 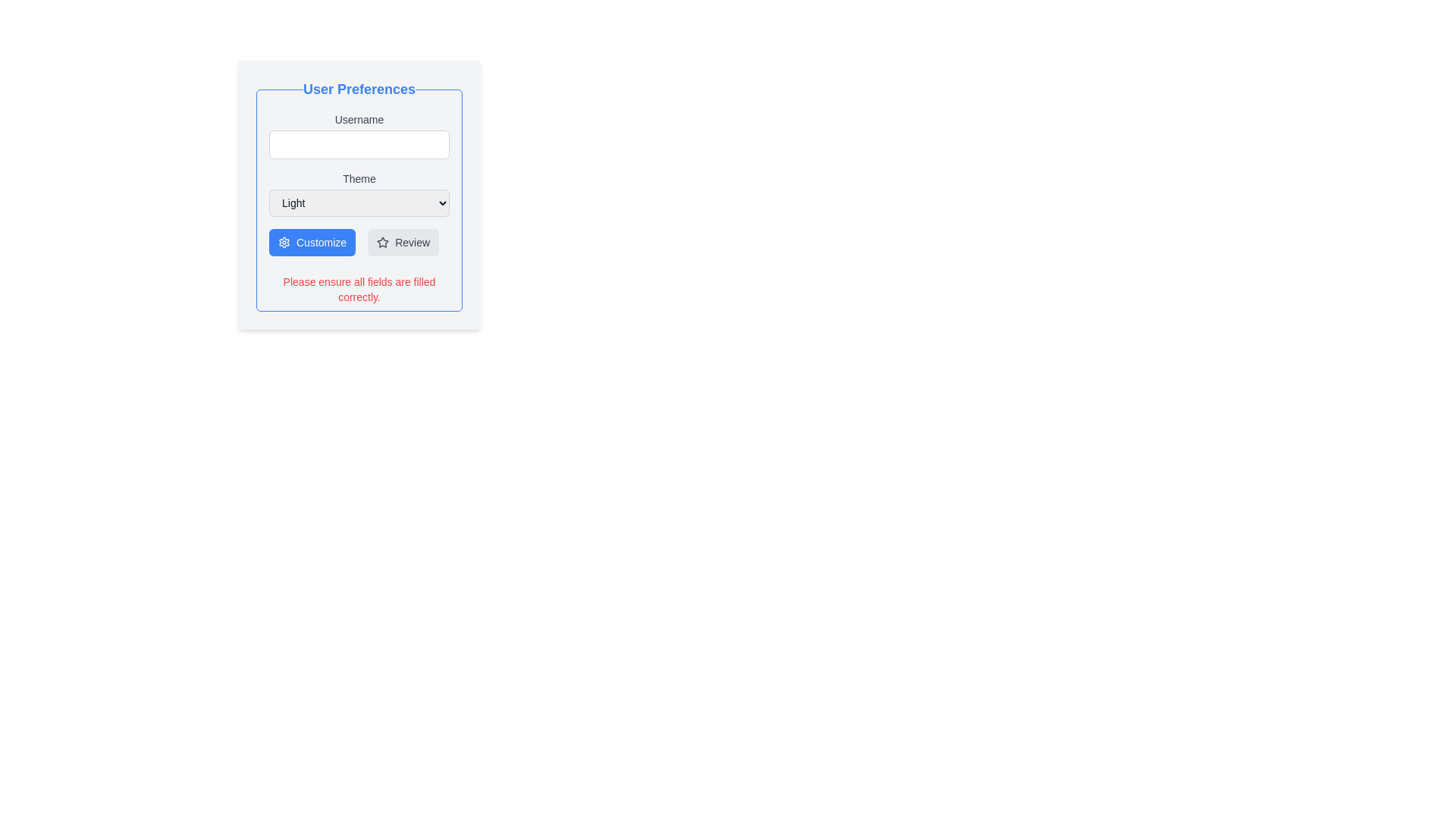 I want to click on an option from the 'Theme' dropdown menu, which is currently set to 'Light' and is located below the 'Username' field in the 'User Preferences' section, so click(x=359, y=193).